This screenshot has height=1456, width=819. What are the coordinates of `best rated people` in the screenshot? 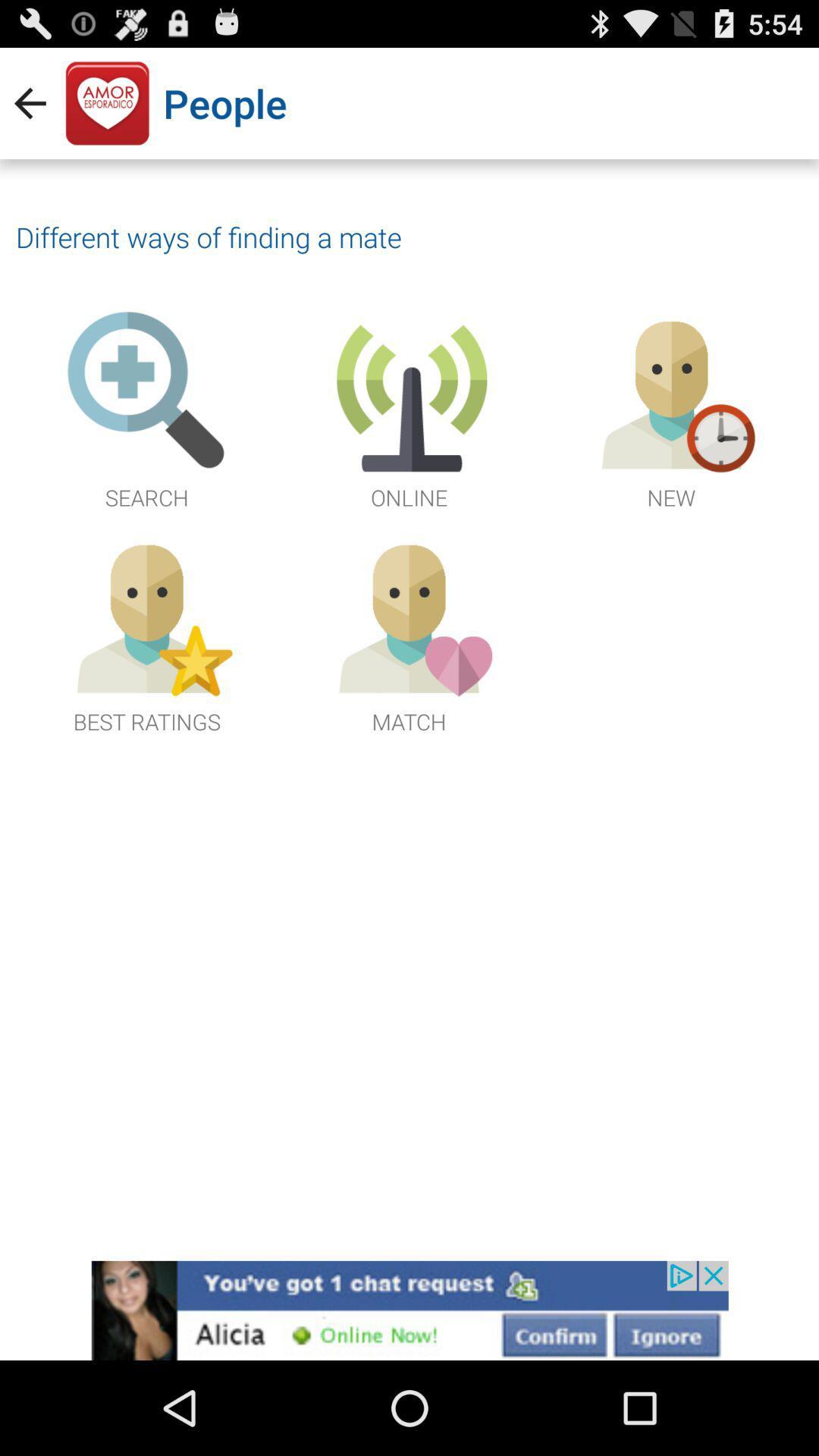 It's located at (146, 634).